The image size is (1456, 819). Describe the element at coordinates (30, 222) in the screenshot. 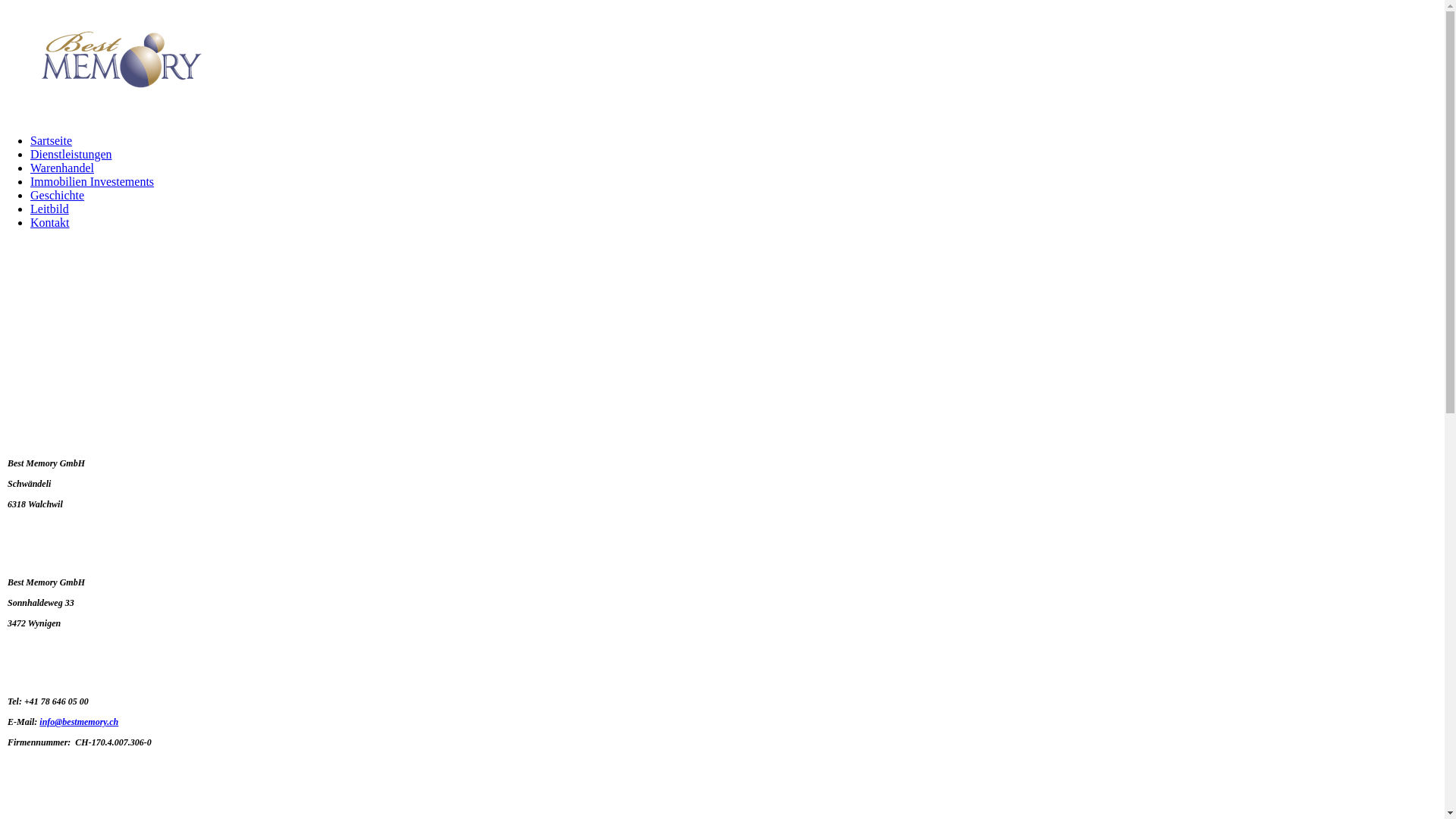

I see `'Kontakt'` at that location.